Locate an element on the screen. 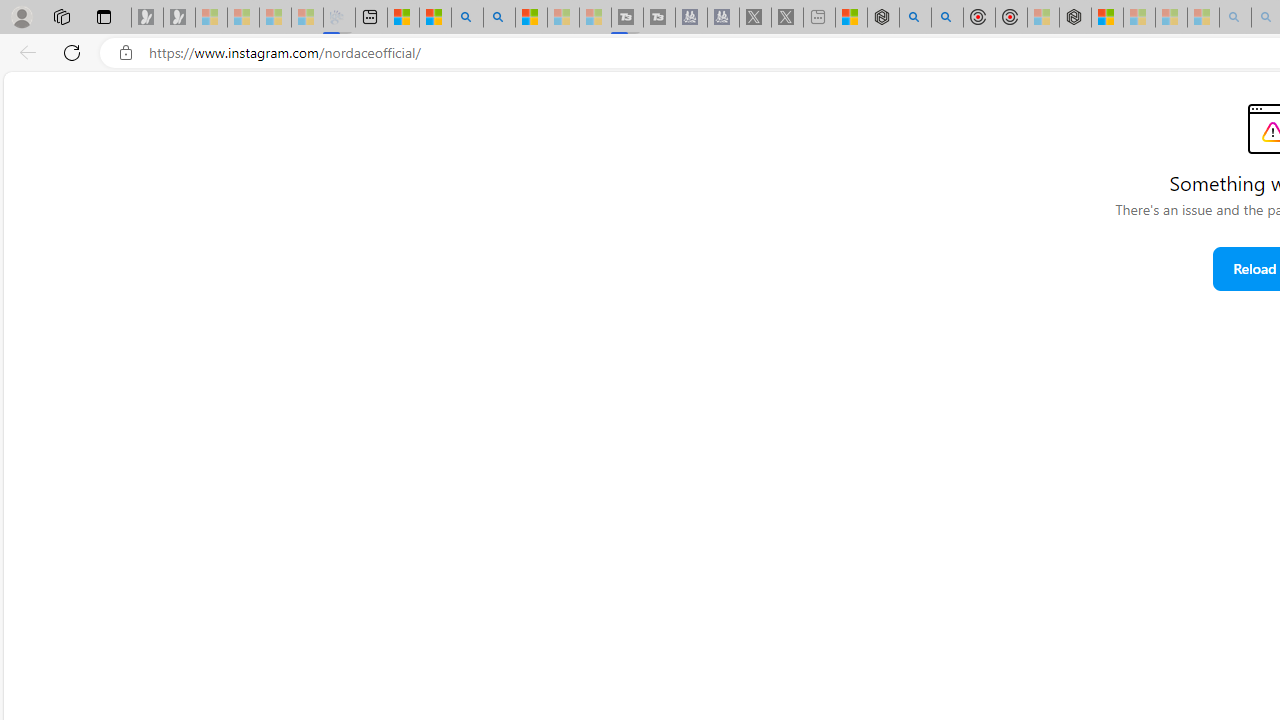 This screenshot has width=1280, height=720. 'Microsoft Start - Sleeping' is located at coordinates (562, 17).